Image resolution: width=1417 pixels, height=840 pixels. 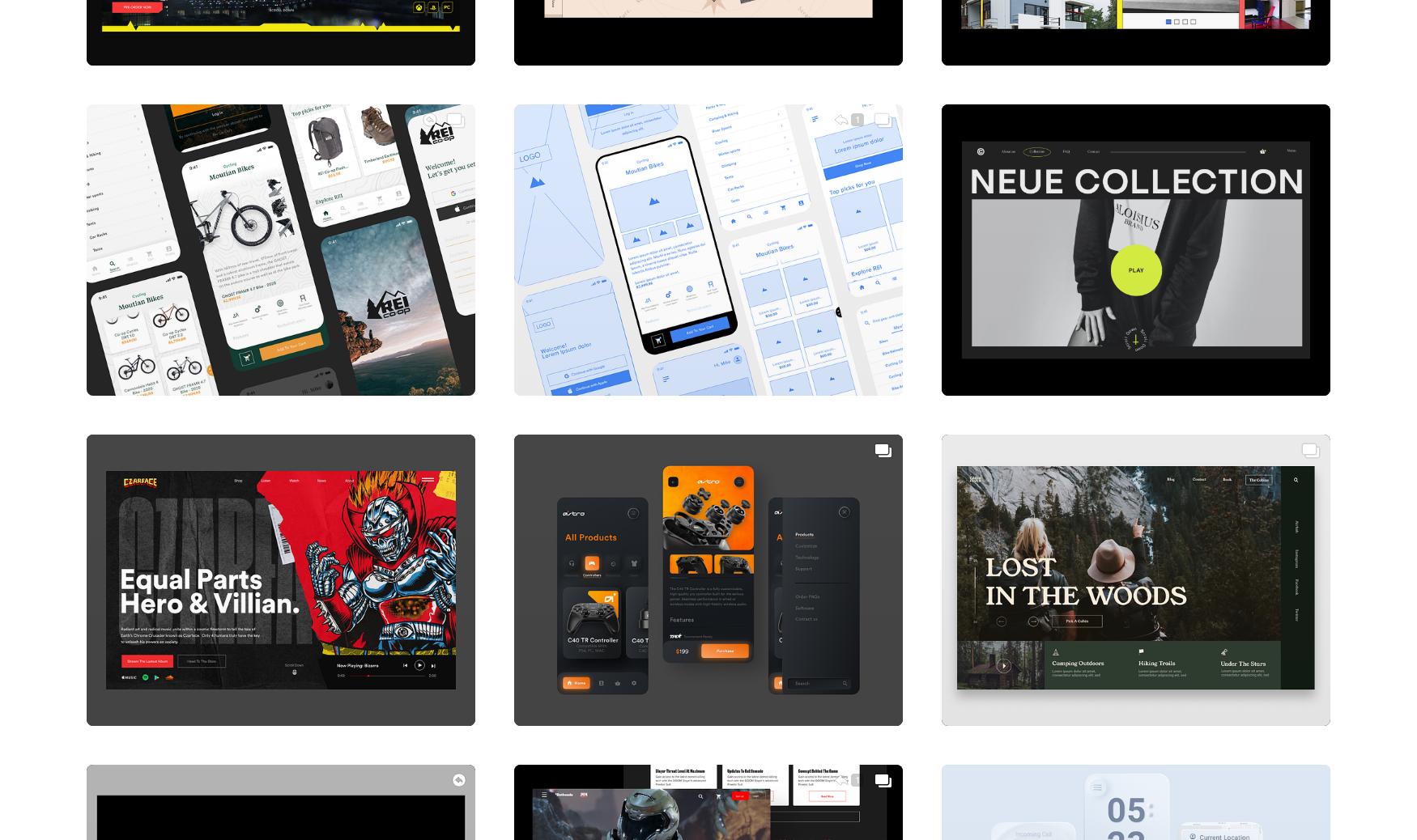 I want to click on 'Cabin Fever', so click(x=957, y=692).